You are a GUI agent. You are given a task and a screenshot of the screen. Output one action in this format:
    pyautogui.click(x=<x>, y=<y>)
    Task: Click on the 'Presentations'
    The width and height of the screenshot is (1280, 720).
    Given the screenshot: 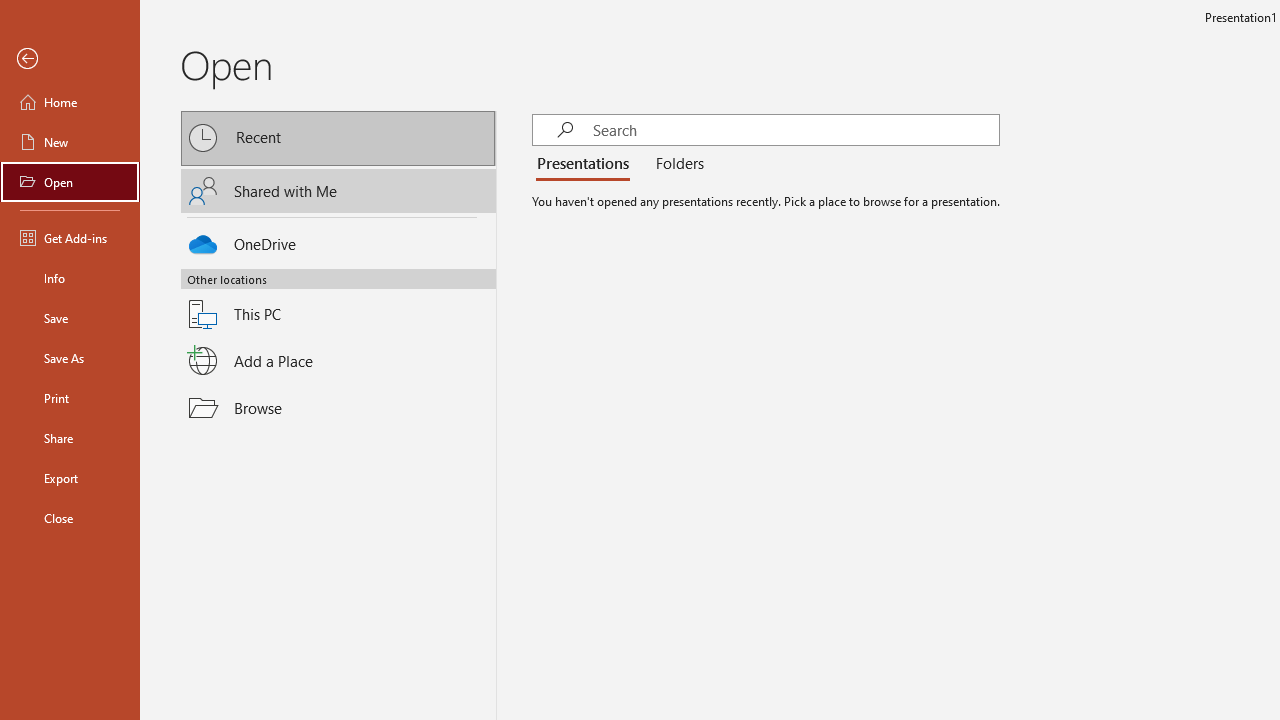 What is the action you would take?
    pyautogui.click(x=586, y=163)
    